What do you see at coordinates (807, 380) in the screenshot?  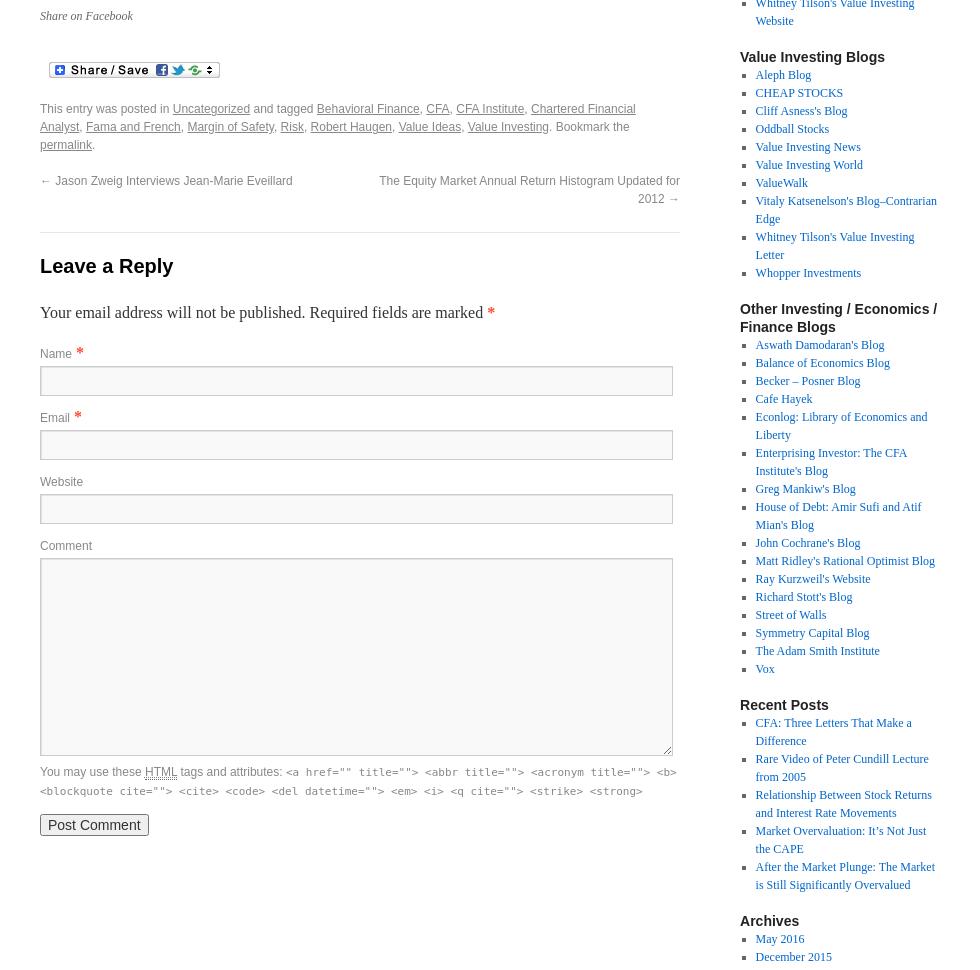 I see `'Becker – Posner Blog'` at bounding box center [807, 380].